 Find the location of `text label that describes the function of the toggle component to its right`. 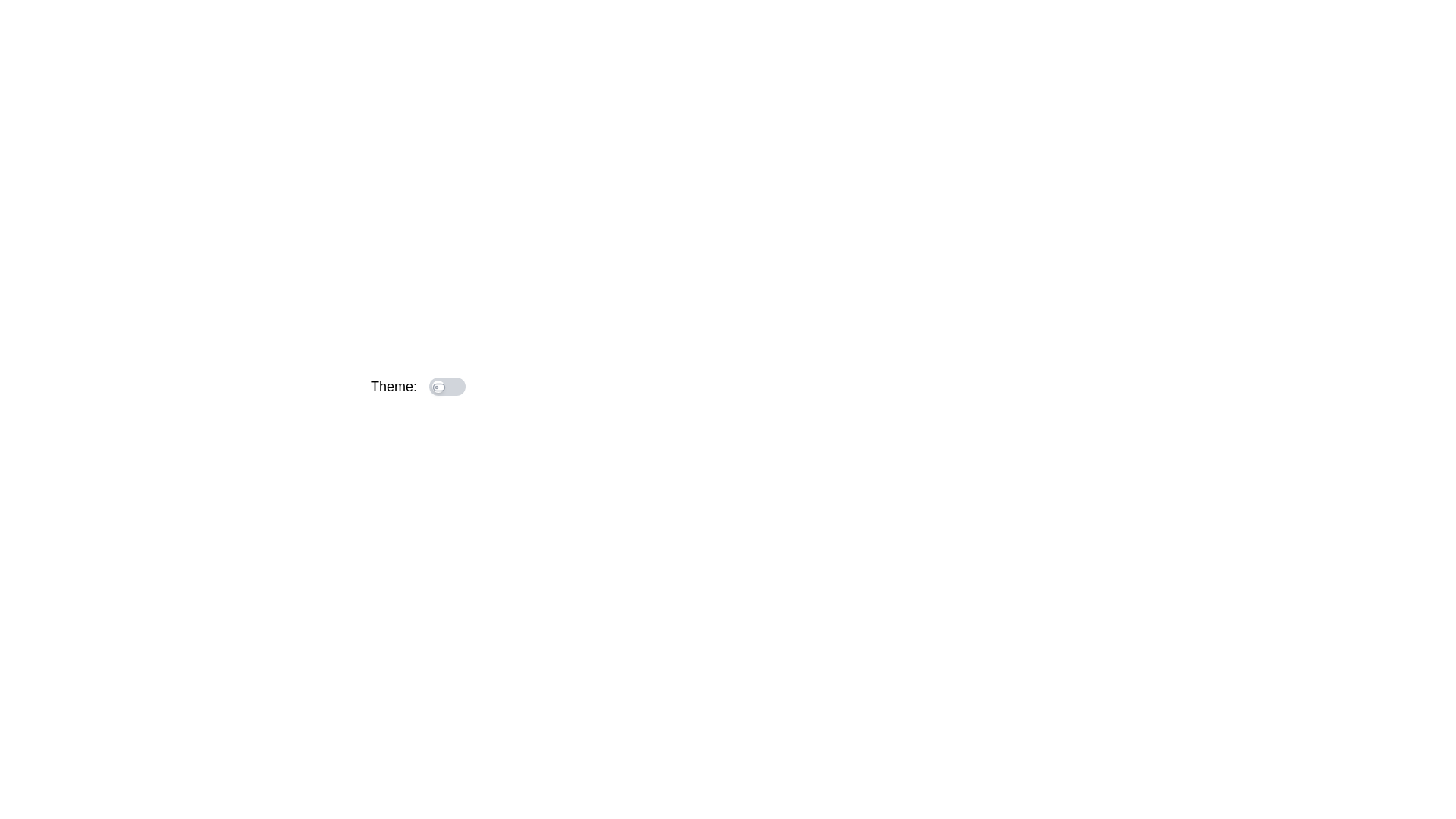

text label that describes the function of the toggle component to its right is located at coordinates (394, 385).